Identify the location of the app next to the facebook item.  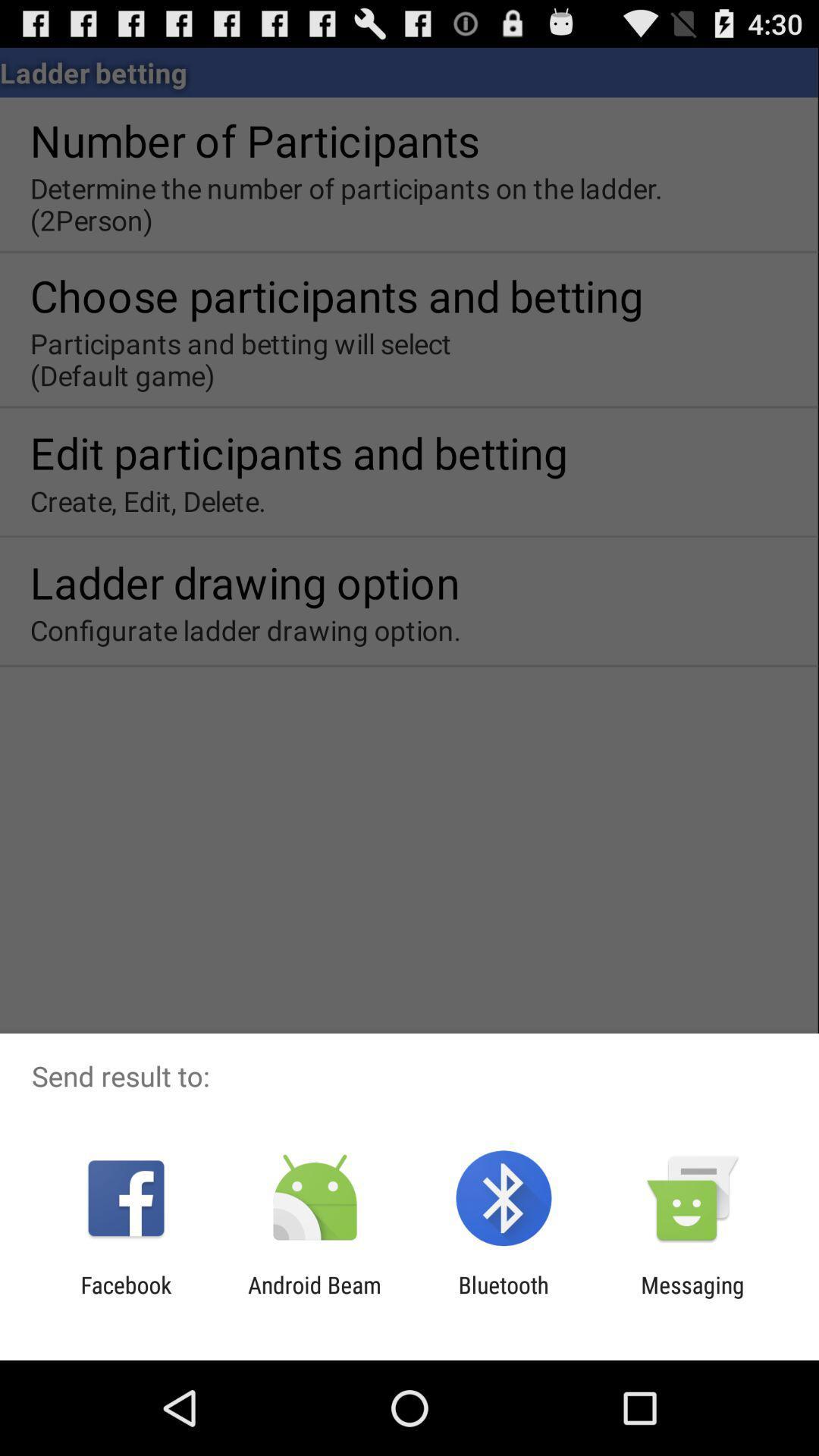
(314, 1298).